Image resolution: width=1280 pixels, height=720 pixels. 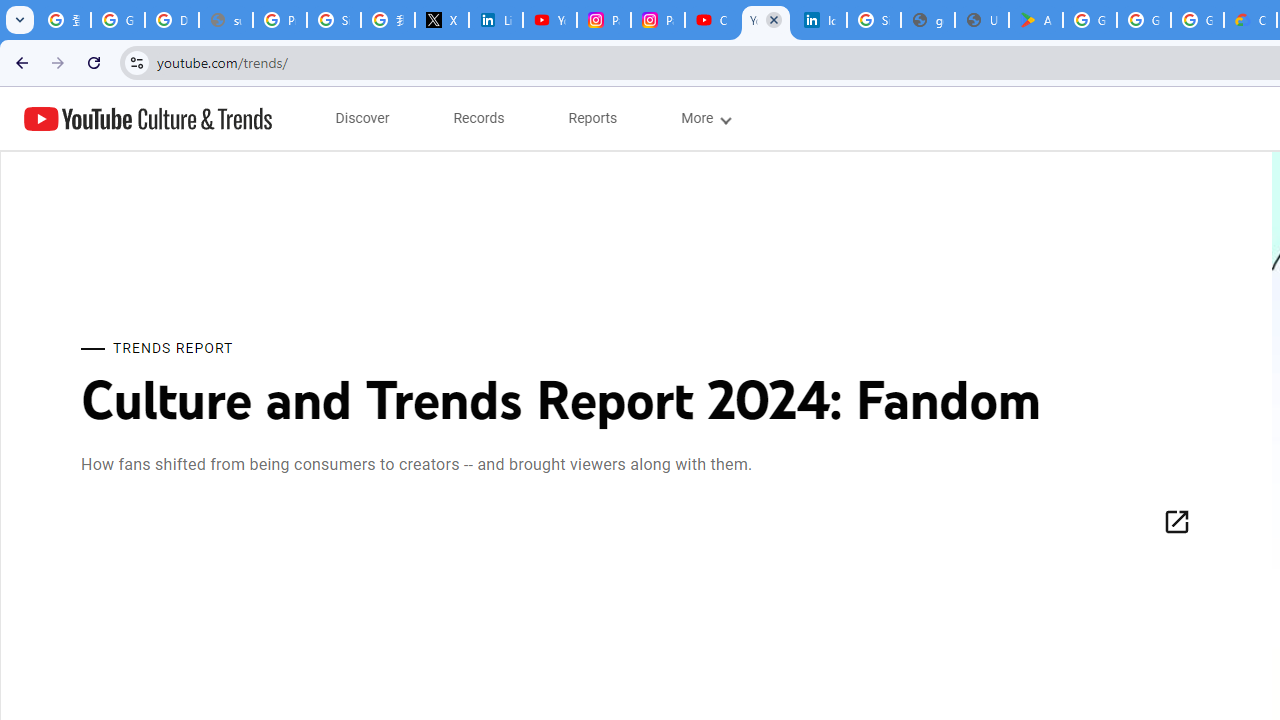 What do you see at coordinates (1036, 20) in the screenshot?
I see `'Android Apps on Google Play'` at bounding box center [1036, 20].